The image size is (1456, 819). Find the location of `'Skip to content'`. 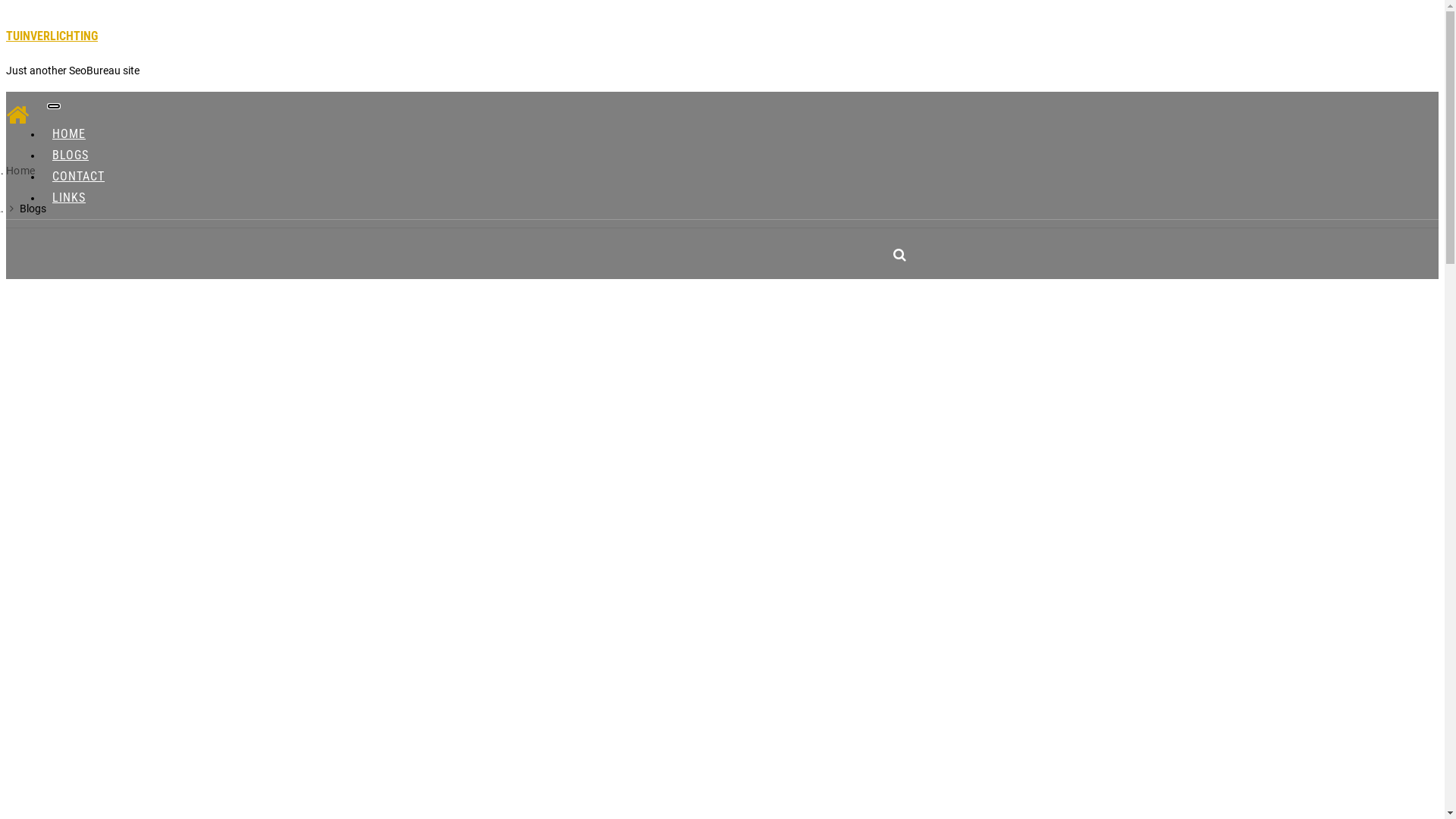

'Skip to content' is located at coordinates (5, 5).